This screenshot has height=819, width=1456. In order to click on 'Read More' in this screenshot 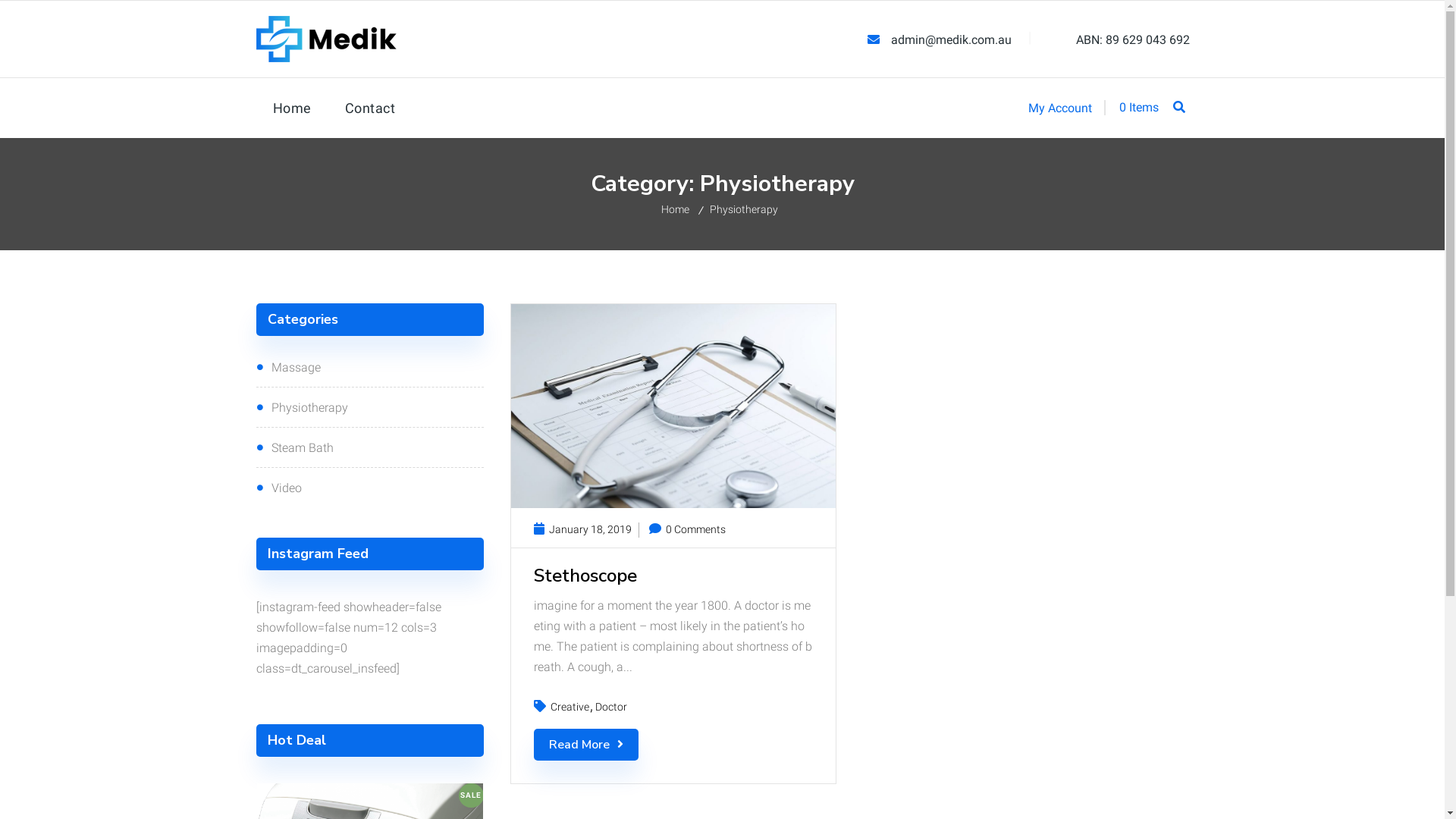, I will do `click(585, 744)`.